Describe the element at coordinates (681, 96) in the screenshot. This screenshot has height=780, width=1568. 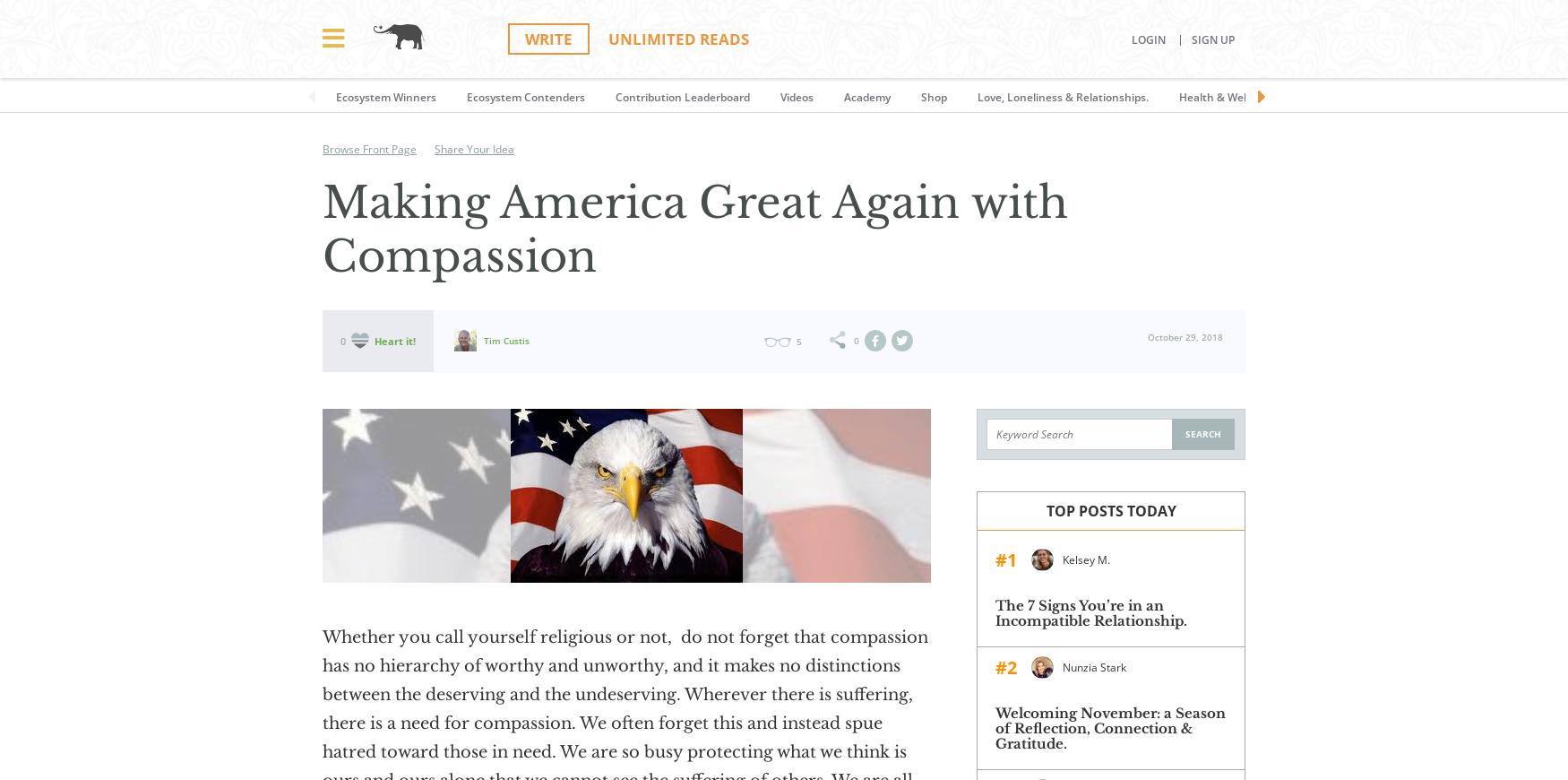
I see `'Contribution Leaderboard'` at that location.